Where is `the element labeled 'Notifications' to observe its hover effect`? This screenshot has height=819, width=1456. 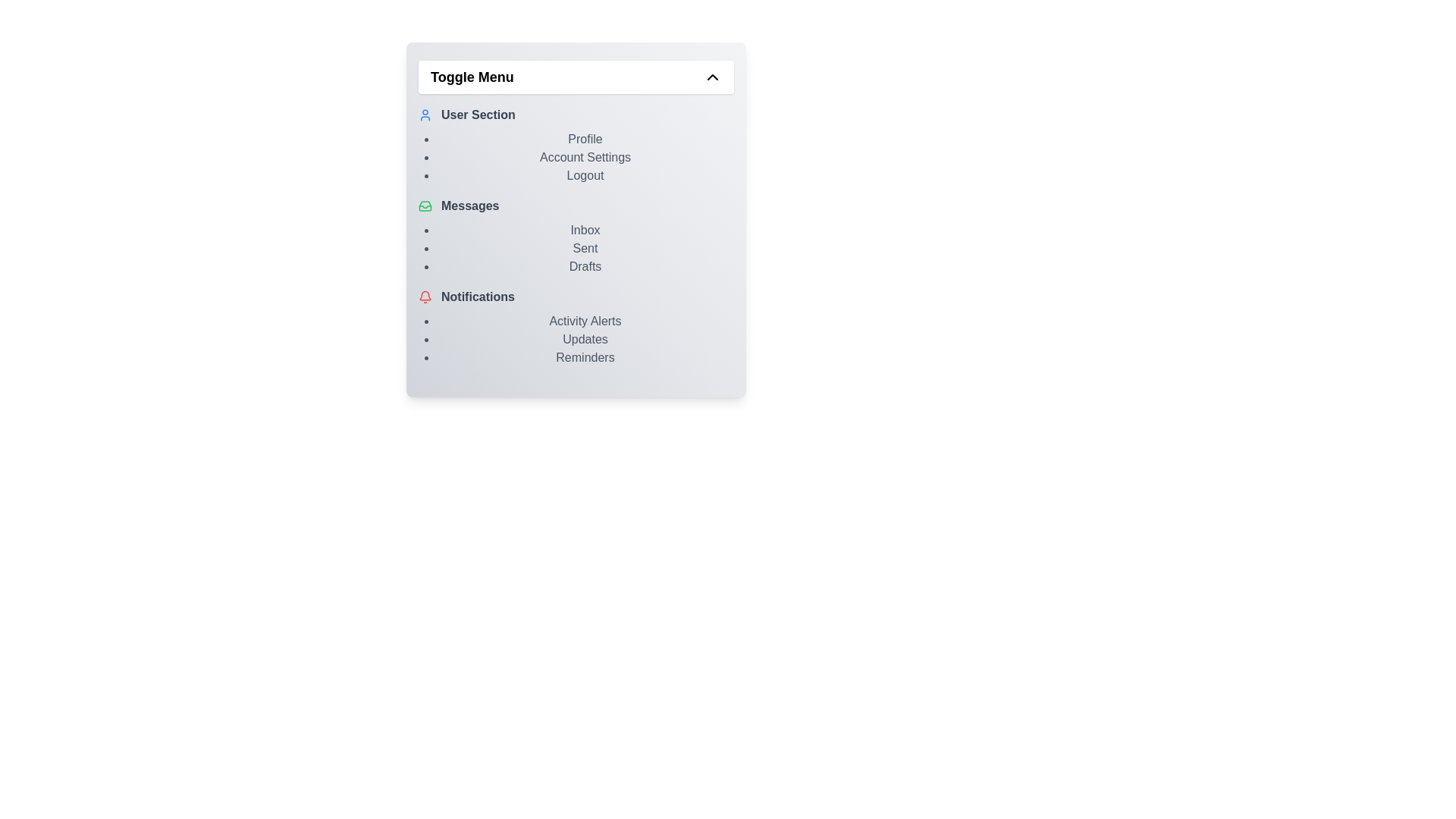 the element labeled 'Notifications' to observe its hover effect is located at coordinates (575, 297).